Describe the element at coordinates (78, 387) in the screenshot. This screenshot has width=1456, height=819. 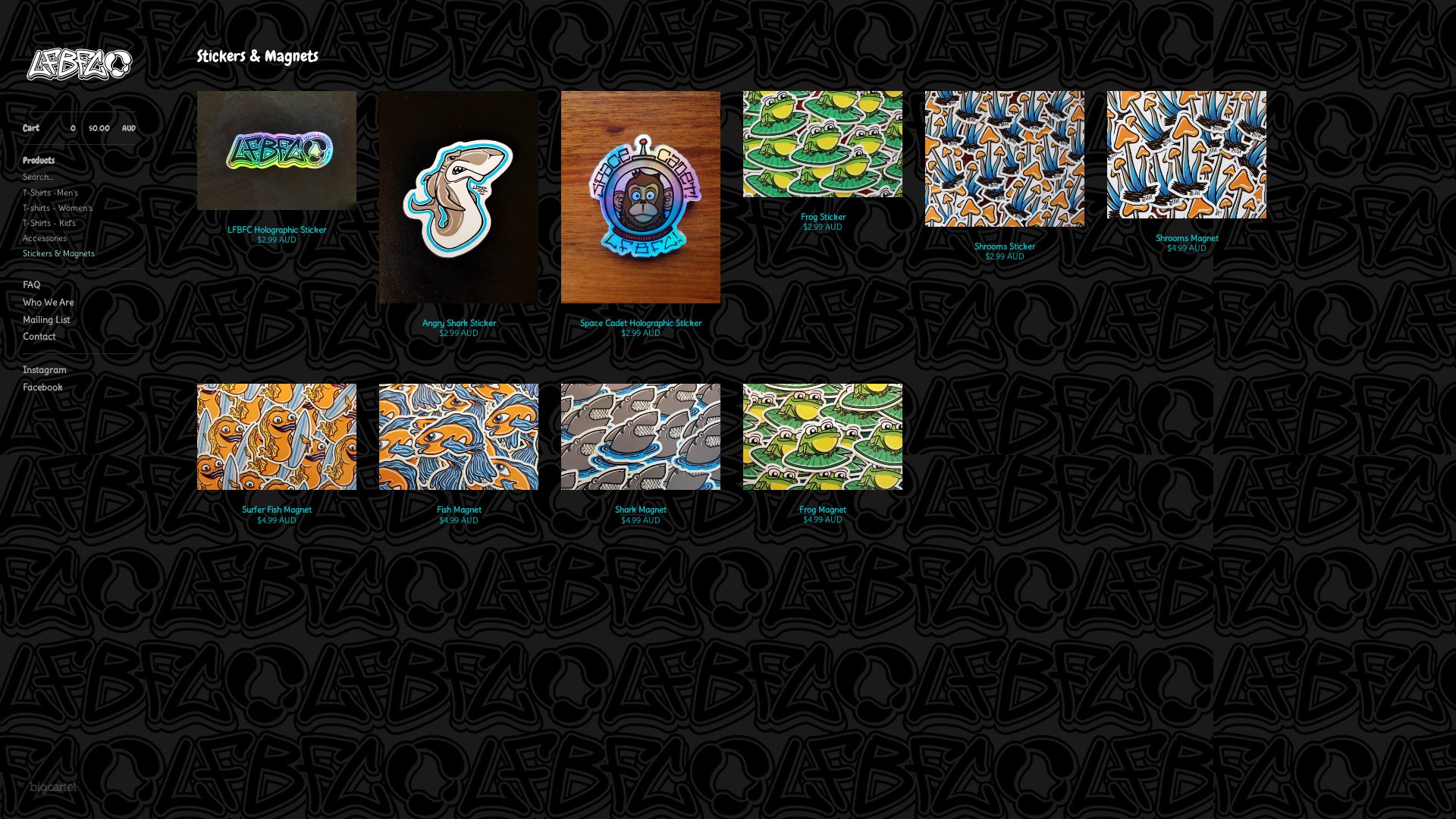
I see `'Facebook'` at that location.